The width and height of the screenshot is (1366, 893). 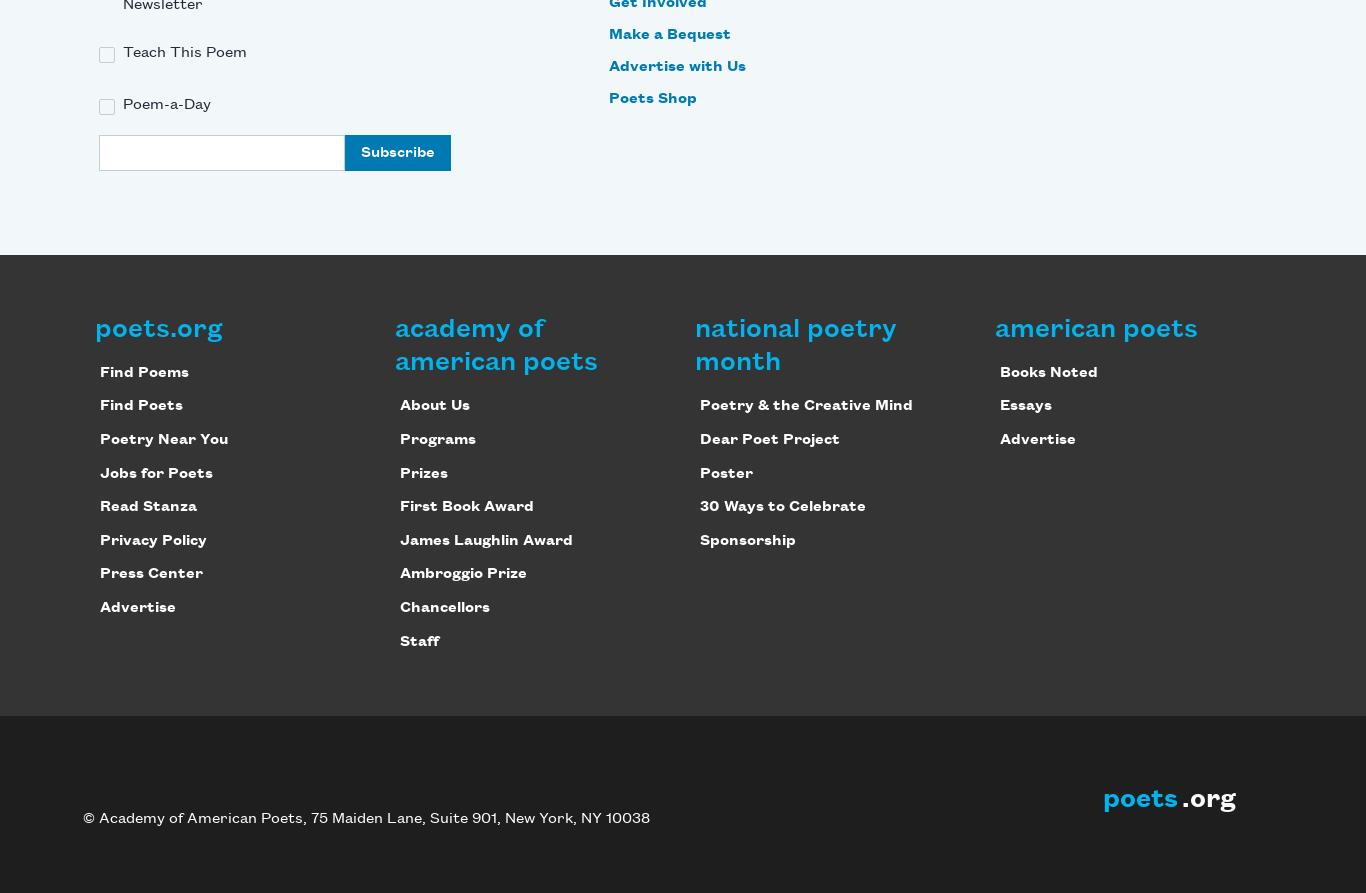 What do you see at coordinates (462, 573) in the screenshot?
I see `'Ambroggio Prize'` at bounding box center [462, 573].